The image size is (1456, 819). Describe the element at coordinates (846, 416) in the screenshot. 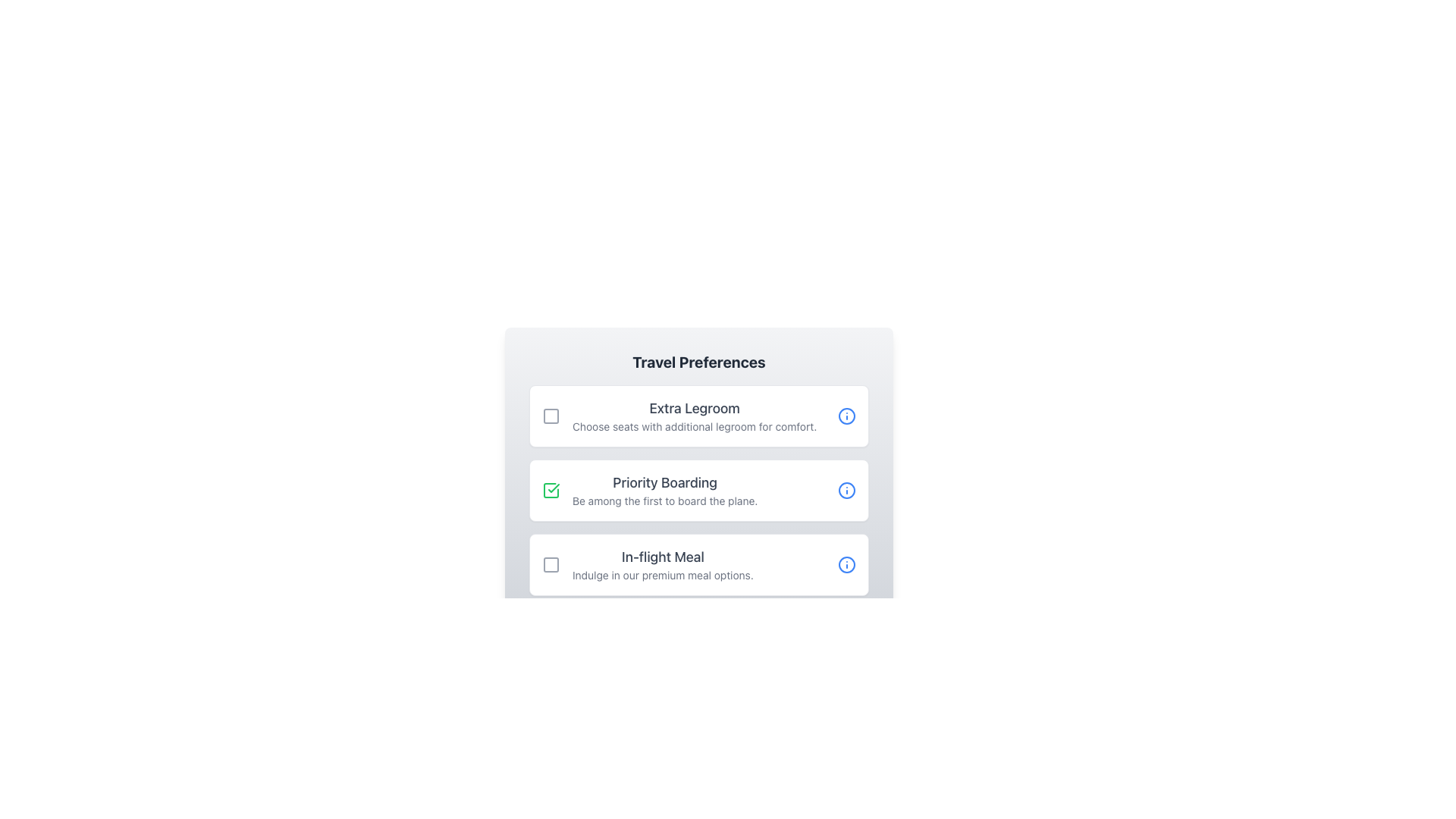

I see `the Informational Icon with a blue outline and white background, located to the right of the 'Extra Legroom' preference description` at that location.